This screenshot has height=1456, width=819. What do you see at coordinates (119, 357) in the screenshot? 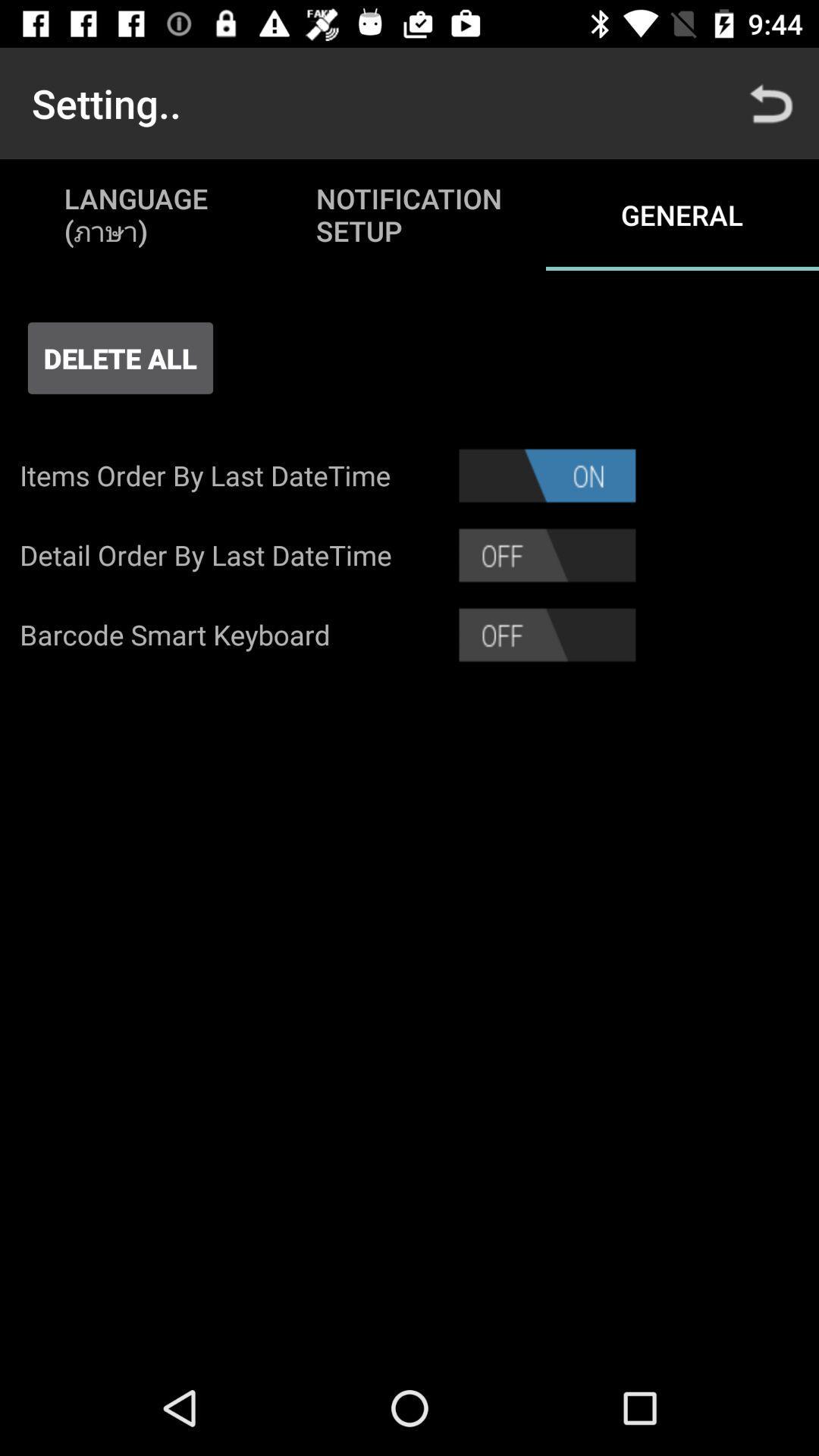
I see `delete all button` at bounding box center [119, 357].